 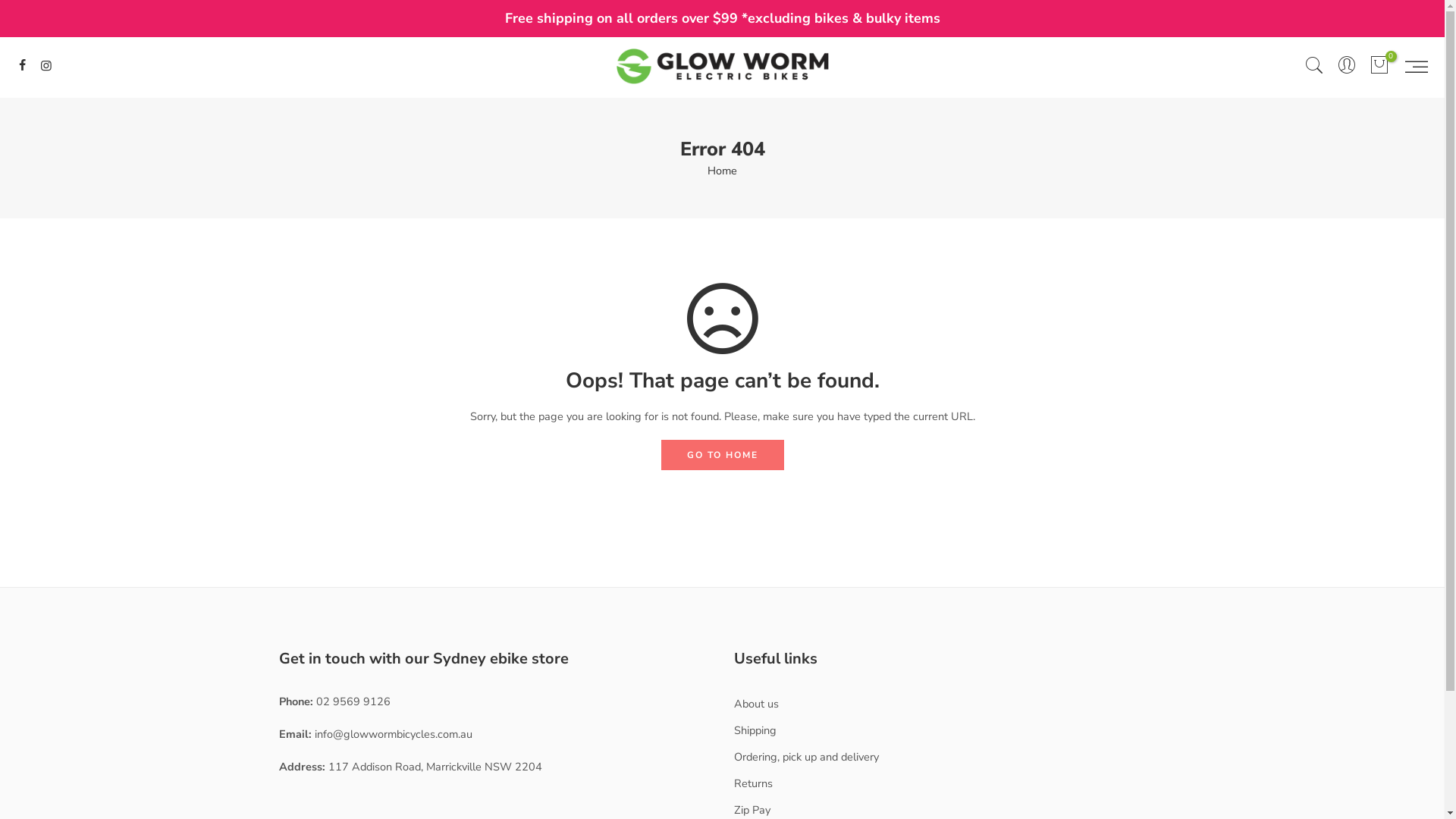 What do you see at coordinates (755, 730) in the screenshot?
I see `'Shipping'` at bounding box center [755, 730].